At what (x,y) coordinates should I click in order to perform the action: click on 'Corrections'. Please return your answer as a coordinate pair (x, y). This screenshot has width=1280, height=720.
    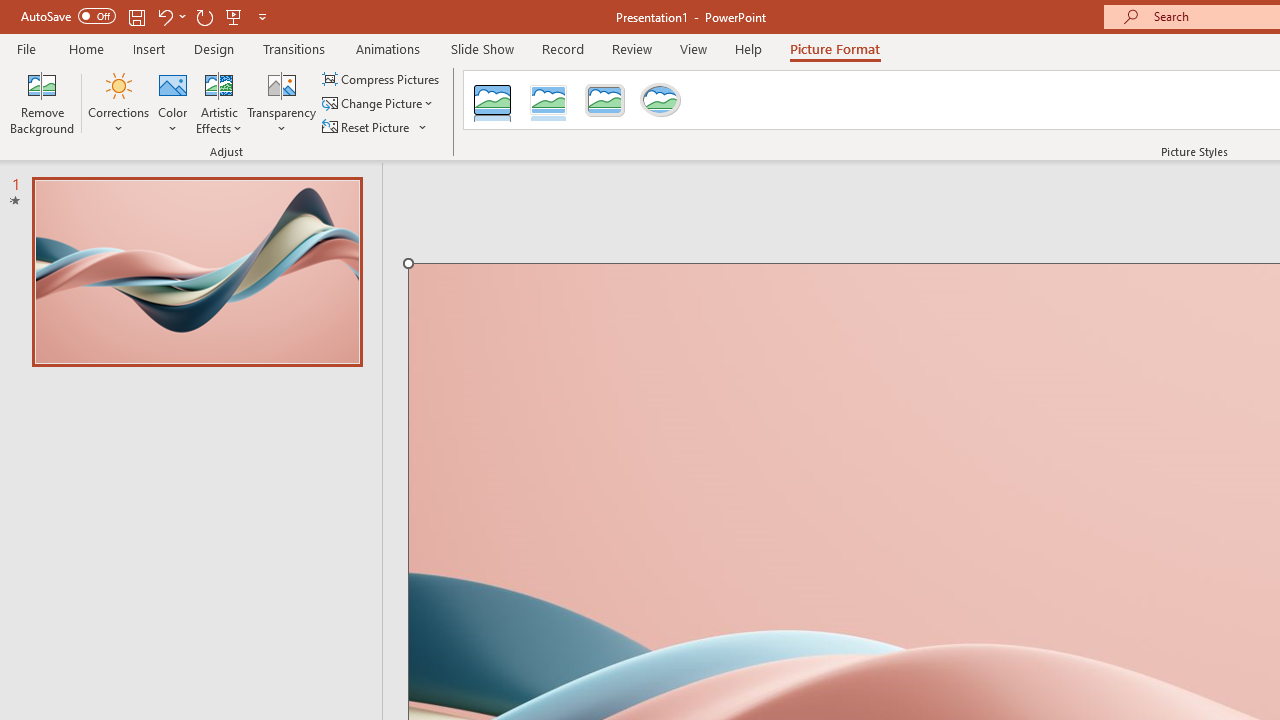
    Looking at the image, I should click on (118, 103).